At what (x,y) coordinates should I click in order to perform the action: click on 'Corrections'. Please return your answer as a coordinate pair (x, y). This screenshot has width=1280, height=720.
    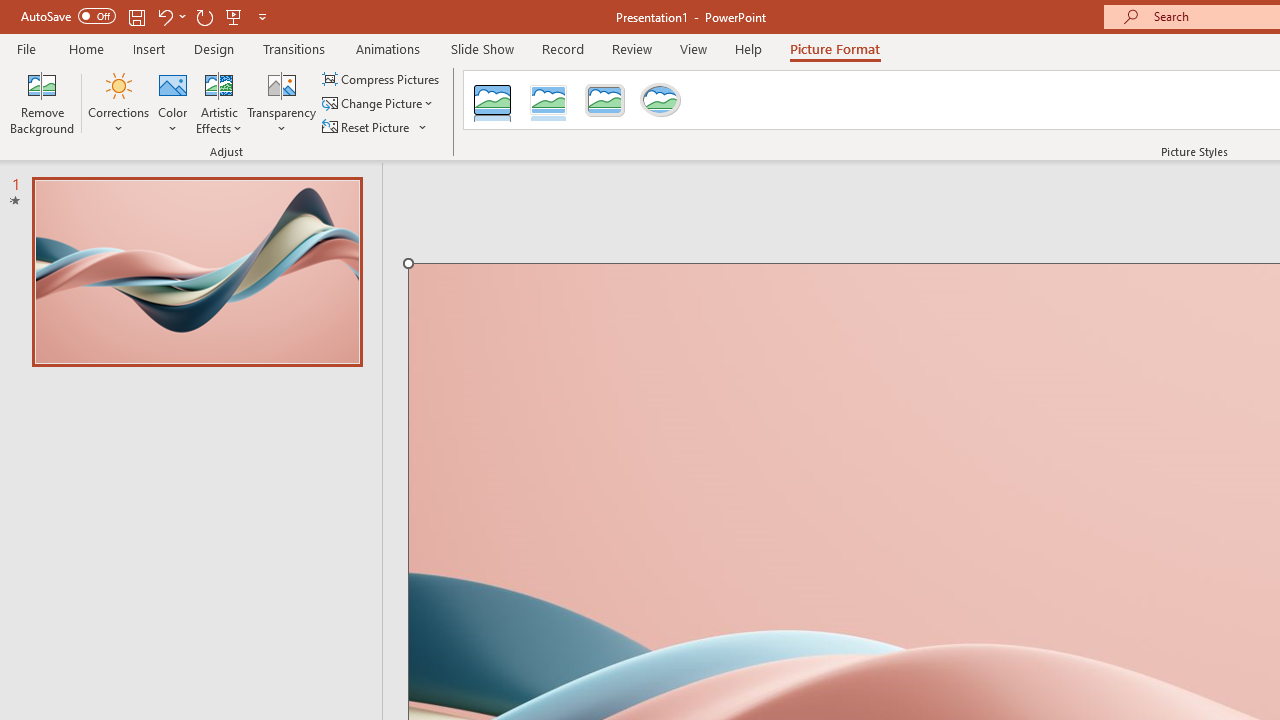
    Looking at the image, I should click on (118, 103).